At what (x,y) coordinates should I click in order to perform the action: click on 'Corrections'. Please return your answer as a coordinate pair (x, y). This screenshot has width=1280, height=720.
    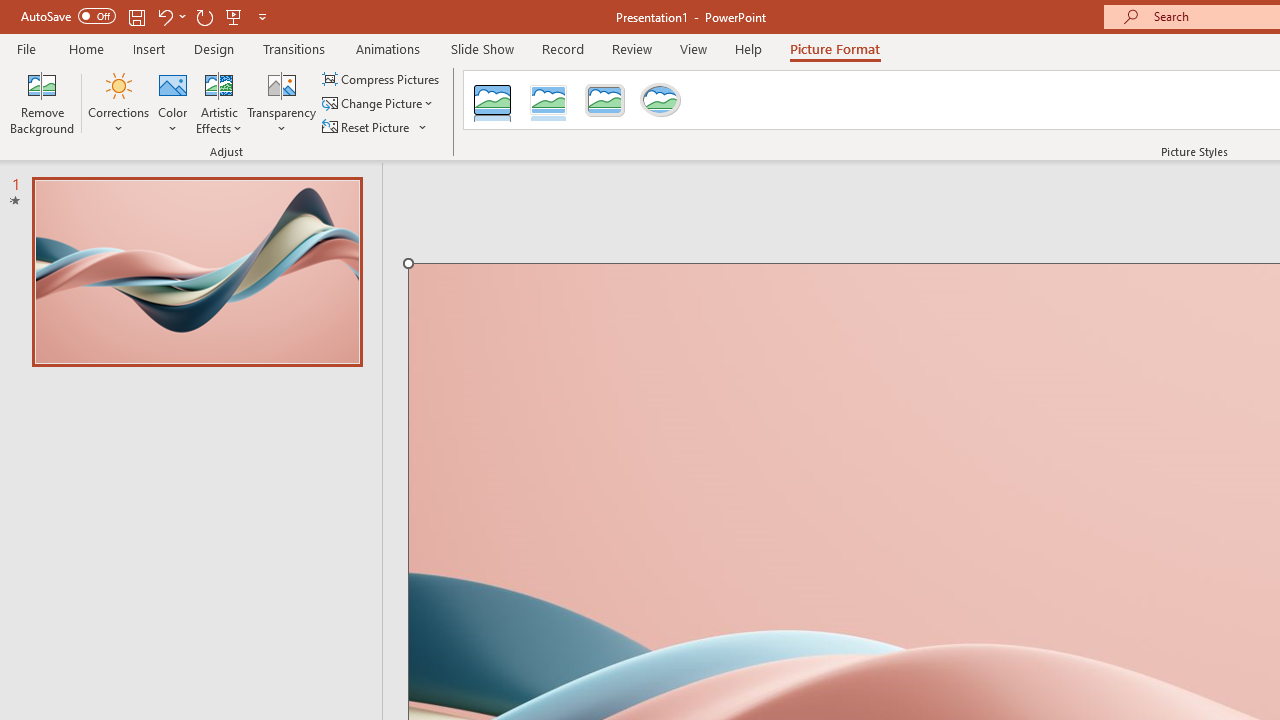
    Looking at the image, I should click on (118, 103).